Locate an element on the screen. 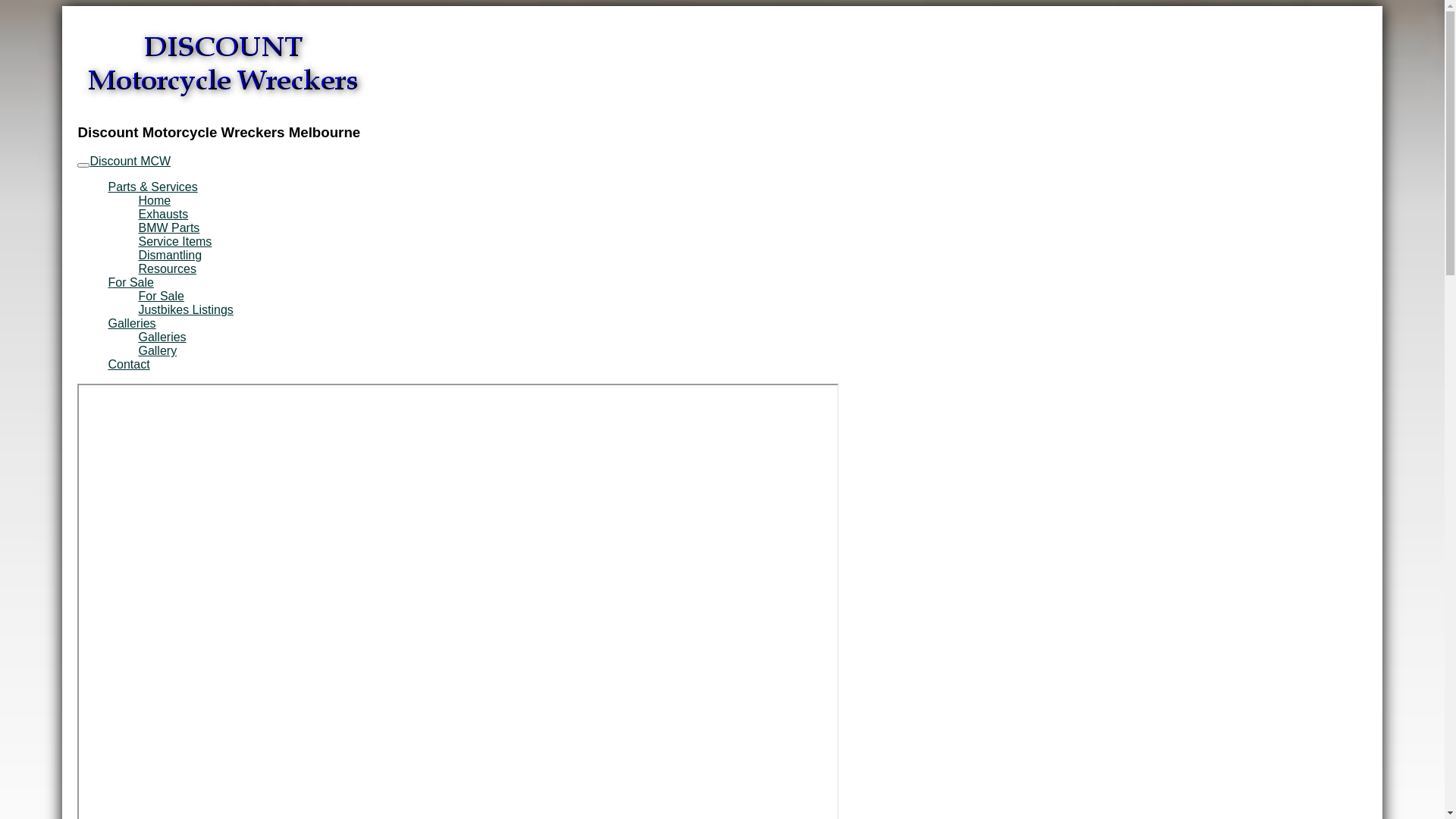  'Galleries' is located at coordinates (131, 322).